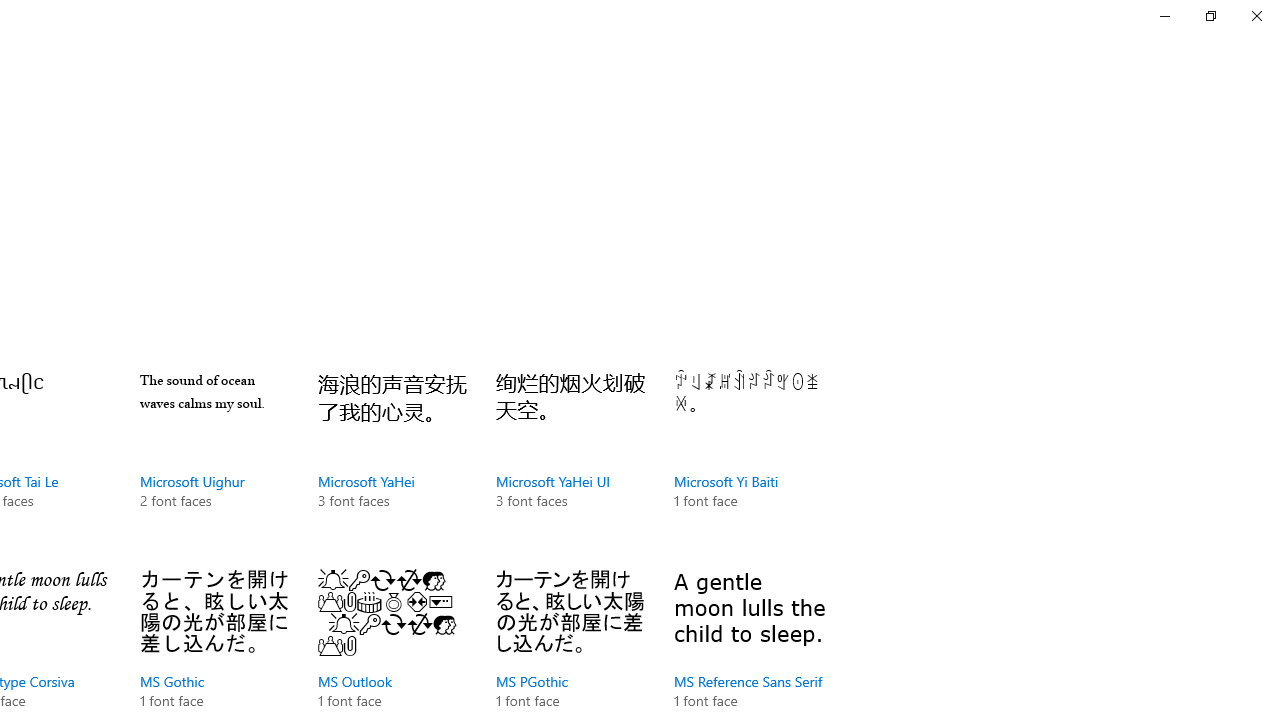  Describe the element at coordinates (569, 460) in the screenshot. I see `'Microsoft YaHei UI, 3 font faces'` at that location.